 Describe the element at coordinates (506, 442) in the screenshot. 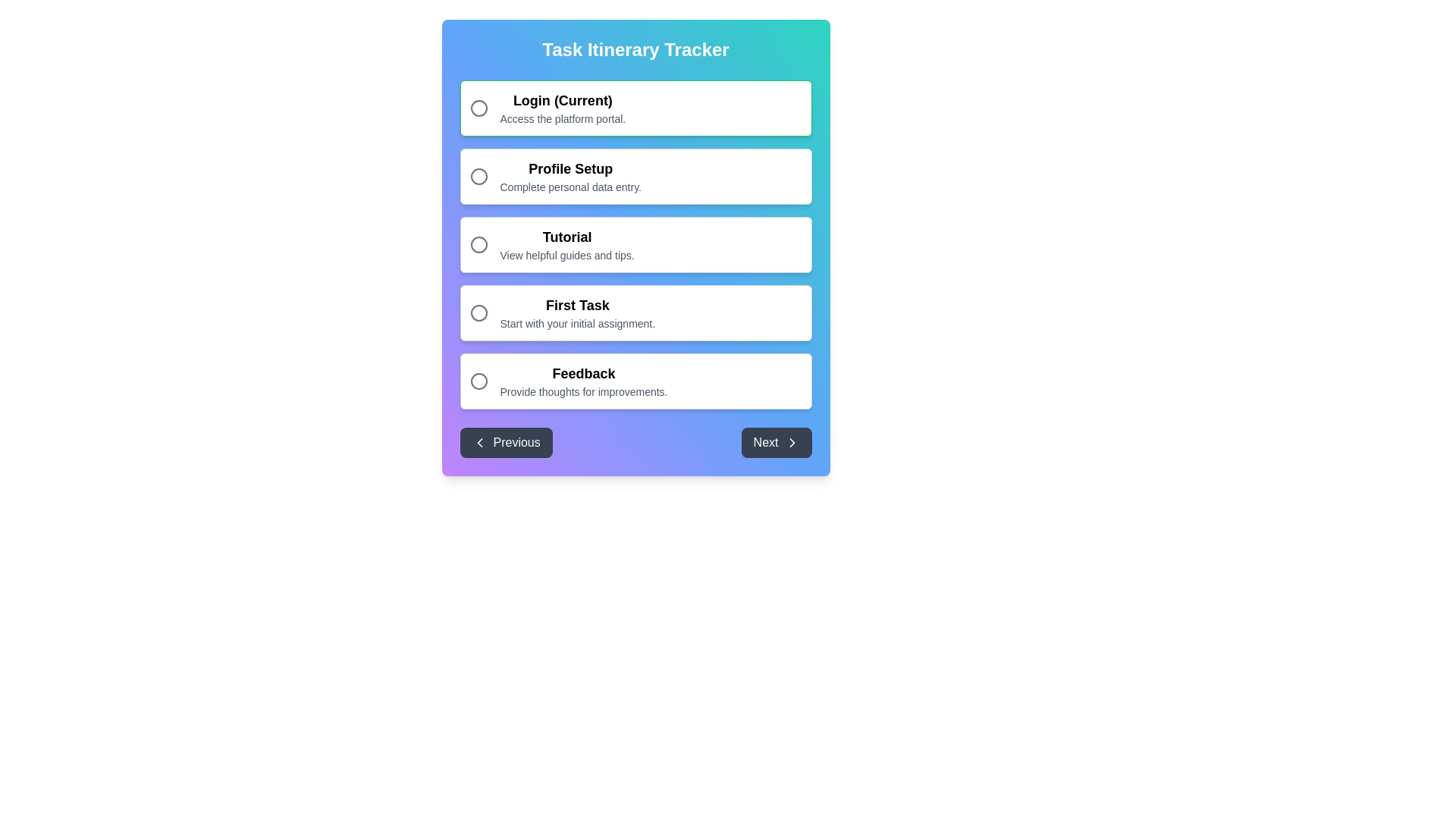

I see `the 'Previous' button with a dark gray background and white text` at that location.